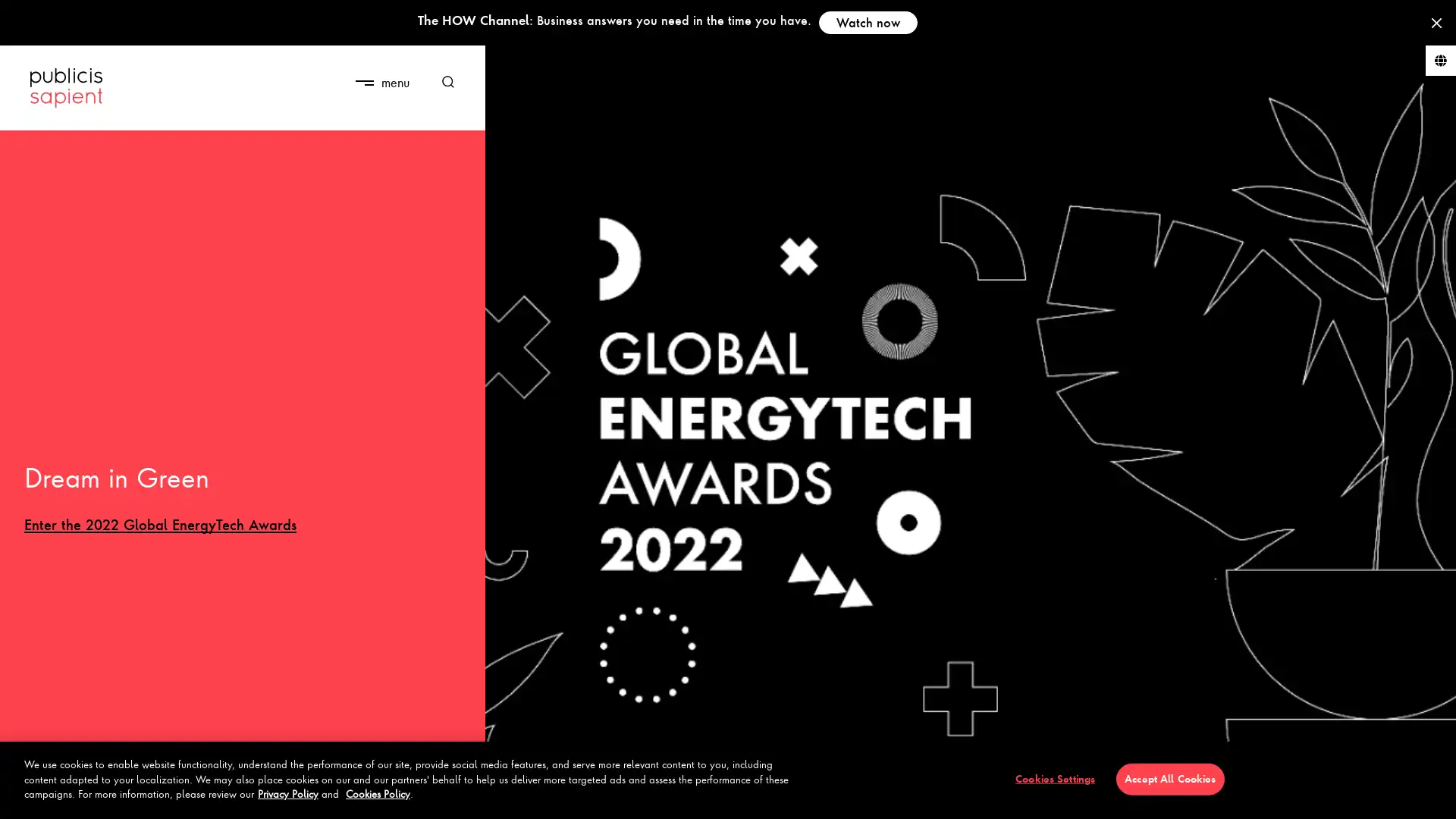 The height and width of the screenshot is (819, 1456). Describe the element at coordinates (457, 801) in the screenshot. I see `Stop automatic slide show` at that location.